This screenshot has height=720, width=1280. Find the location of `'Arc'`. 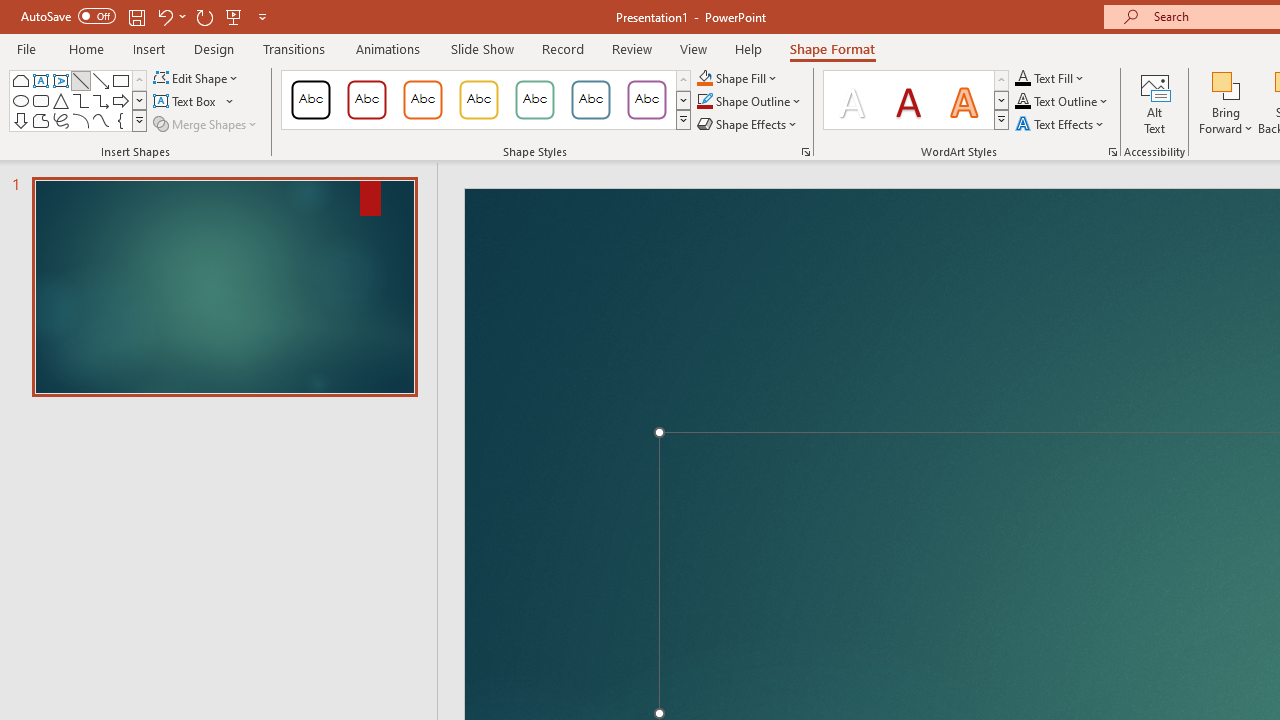

'Arc' is located at coordinates (80, 120).